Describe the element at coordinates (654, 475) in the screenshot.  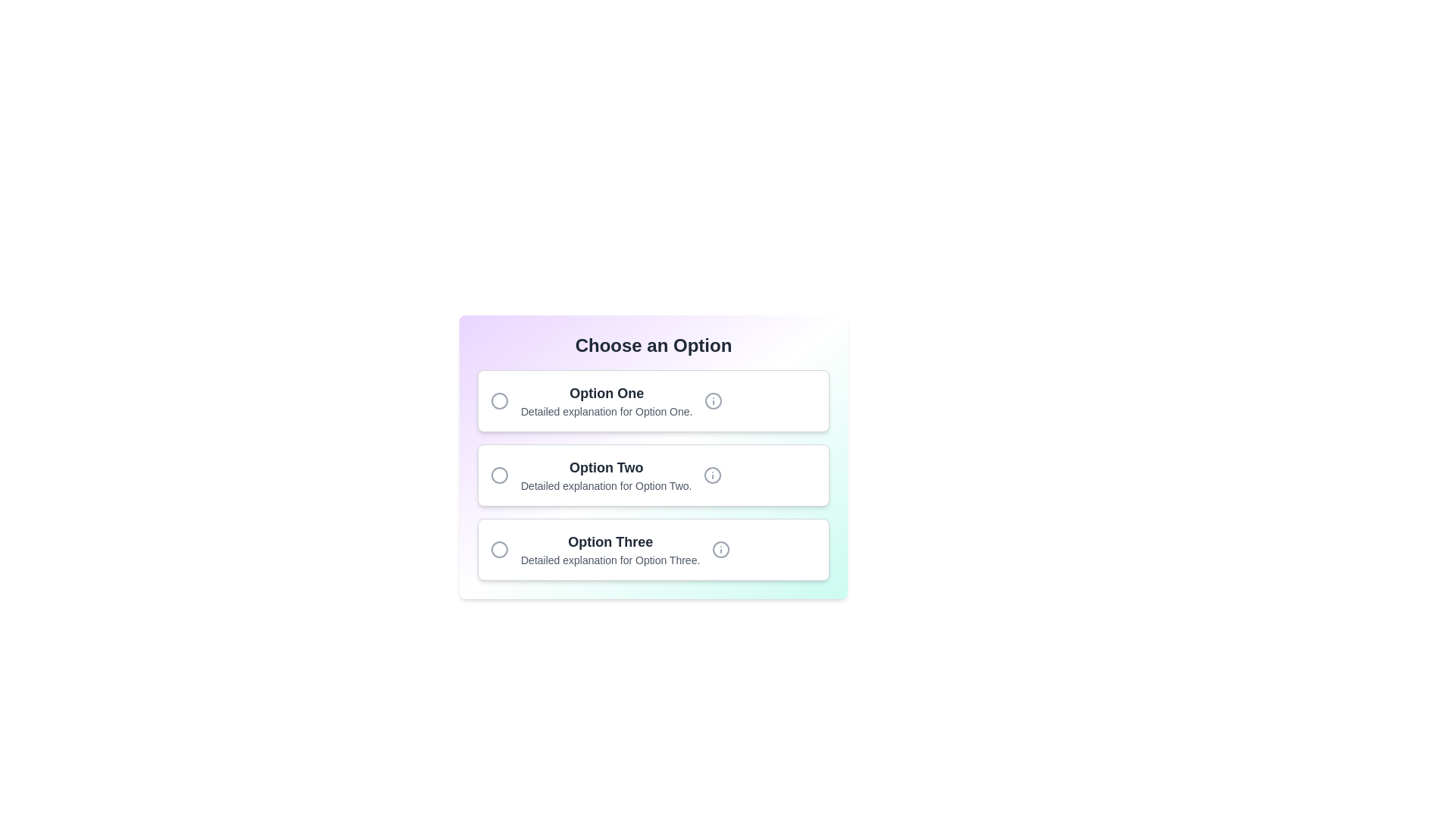
I see `to select the 'Option Two' element, which is the second option in the vertical selection group titled 'Choose an Option'` at that location.